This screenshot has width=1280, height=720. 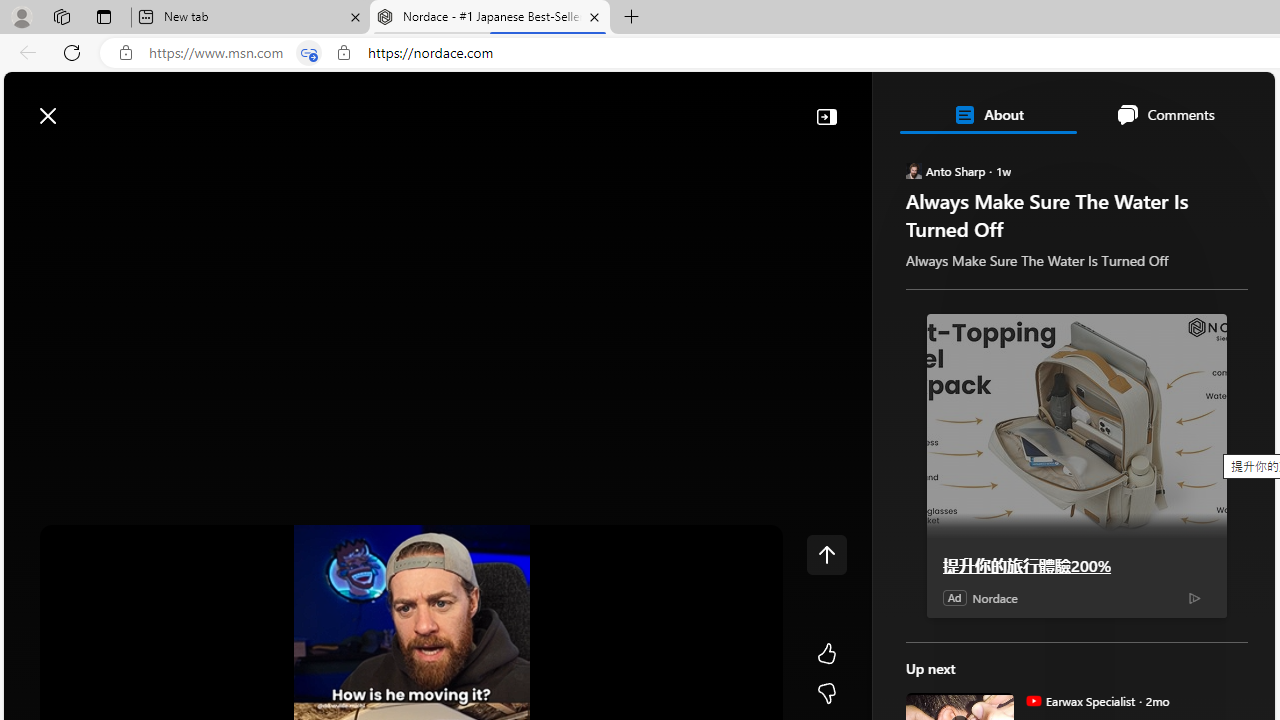 I want to click on 'About', so click(x=987, y=114).